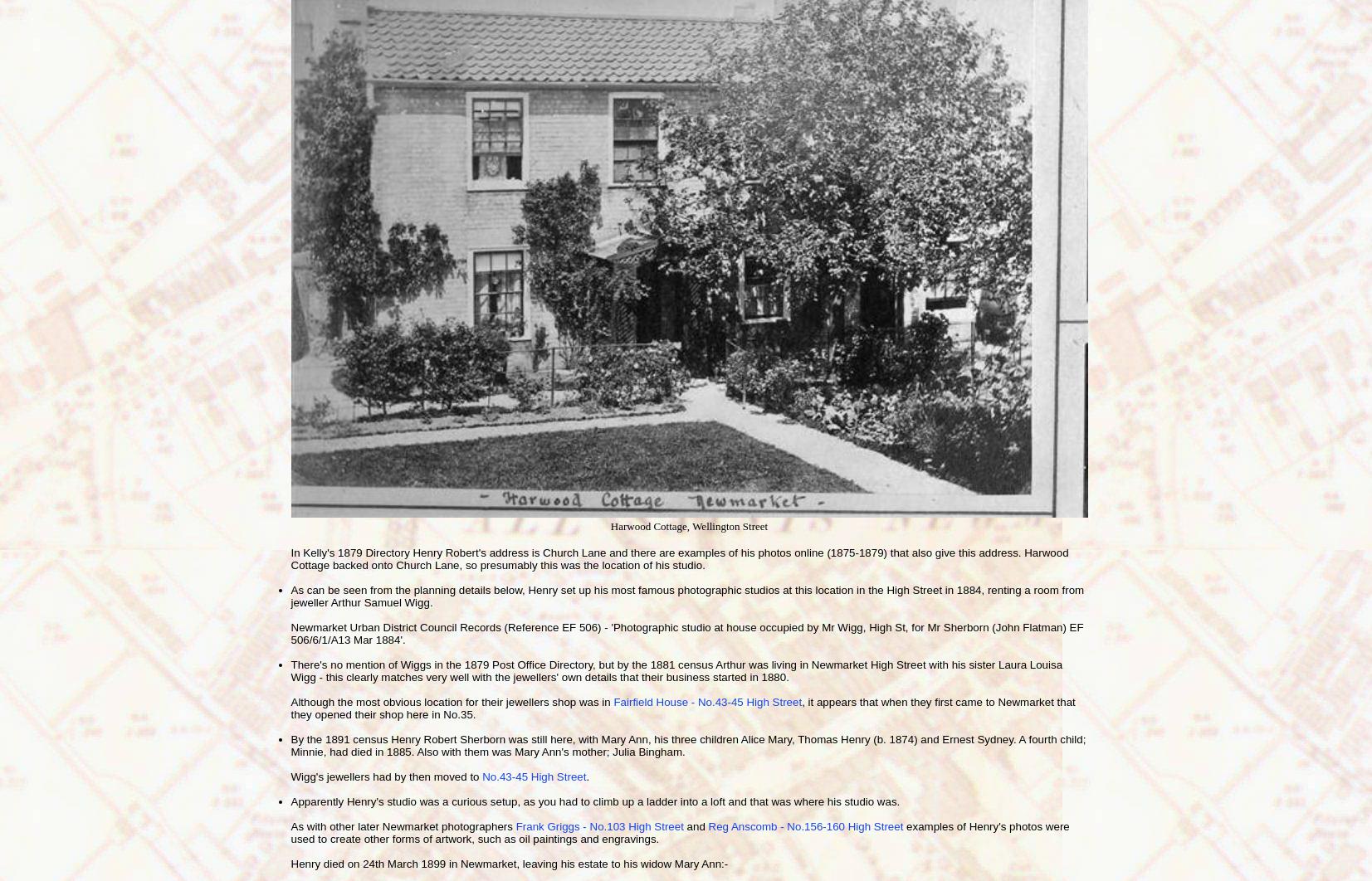 Image resolution: width=1372 pixels, height=881 pixels. Describe the element at coordinates (688, 526) in the screenshot. I see `'Harwood Cottage, Wellington 
                    Street'` at that location.